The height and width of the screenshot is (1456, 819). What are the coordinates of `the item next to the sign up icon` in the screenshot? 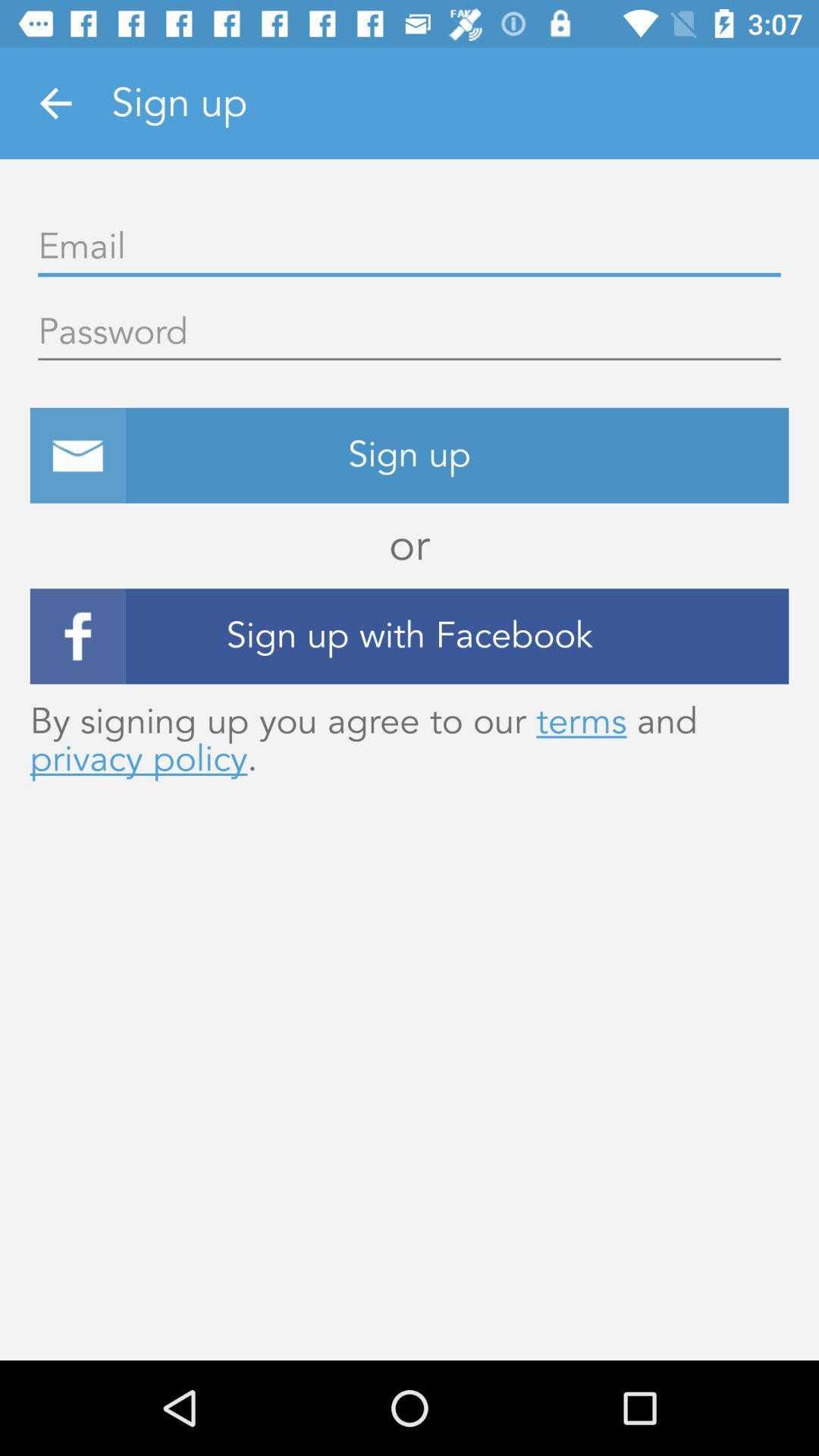 It's located at (55, 102).